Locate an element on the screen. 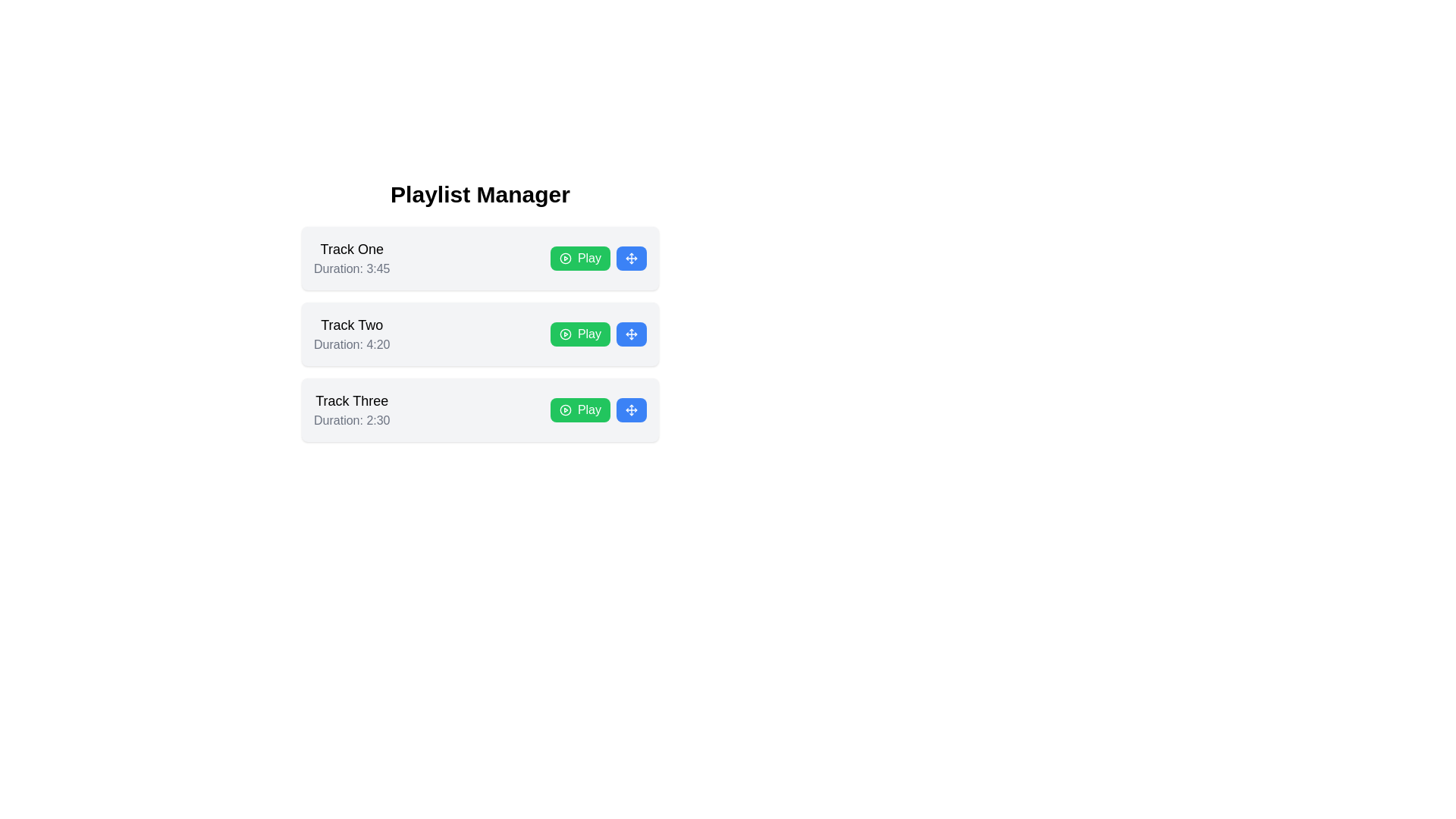 Image resolution: width=1456 pixels, height=819 pixels. the button in the first row designed to play the 'Track One' audio to initiate playback is located at coordinates (598, 257).